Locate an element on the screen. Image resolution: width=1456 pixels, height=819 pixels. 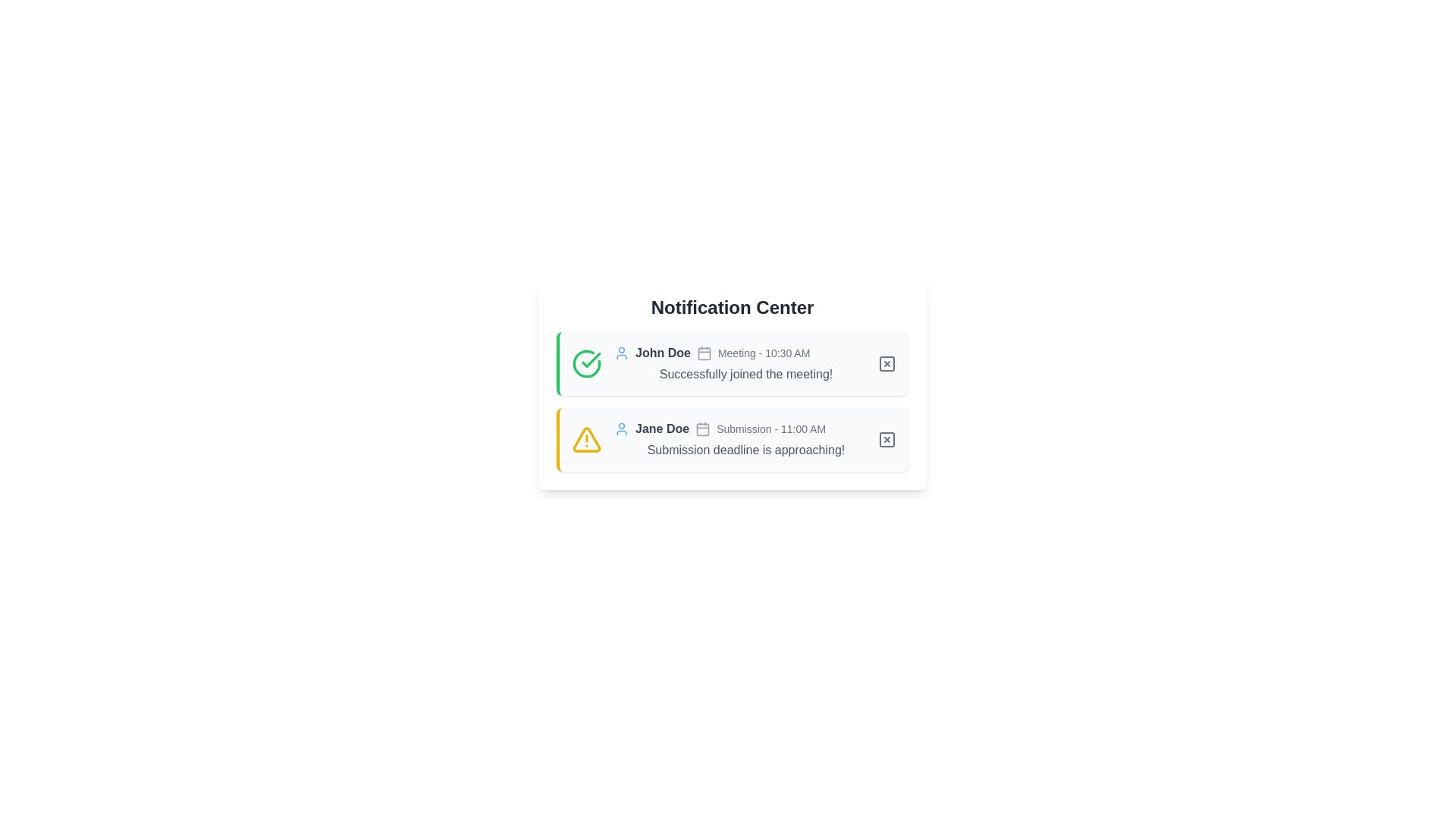
the success indicator icon located to the left of the first notification item, adjacent to the avatar icon is located at coordinates (590, 359).